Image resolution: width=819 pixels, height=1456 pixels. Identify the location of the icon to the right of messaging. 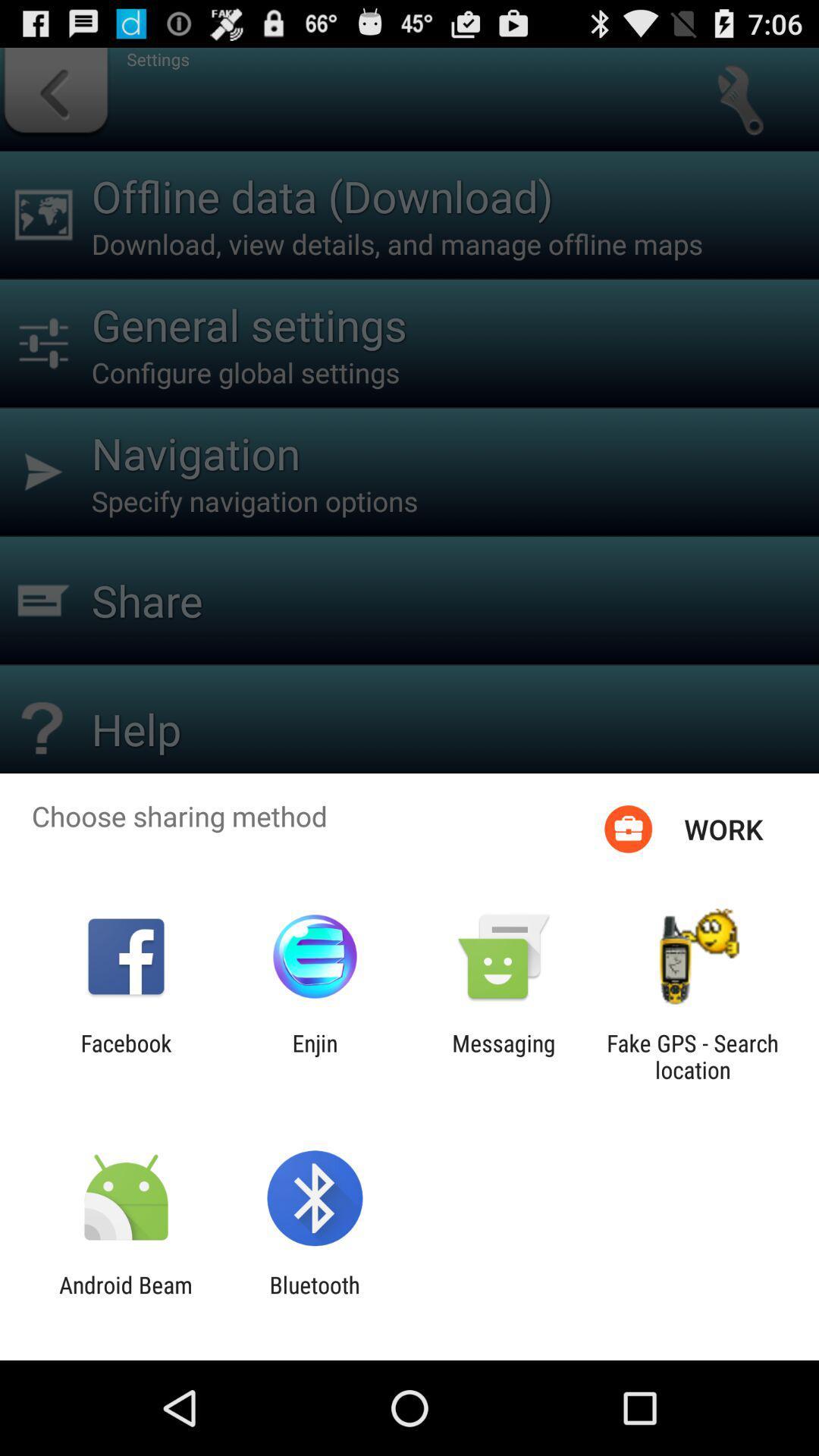
(692, 1056).